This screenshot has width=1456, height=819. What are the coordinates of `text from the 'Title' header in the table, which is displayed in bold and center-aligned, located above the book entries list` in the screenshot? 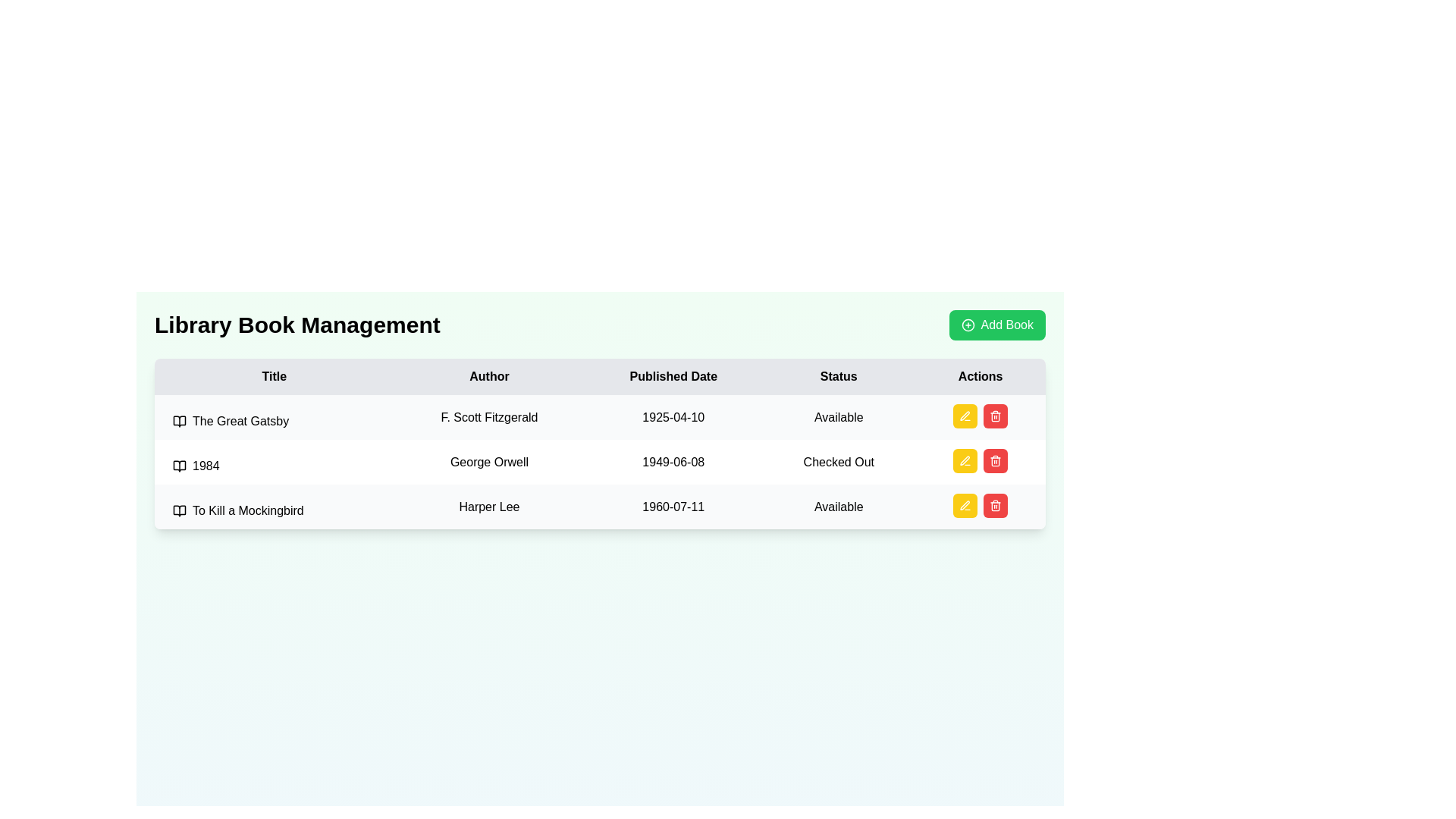 It's located at (274, 376).